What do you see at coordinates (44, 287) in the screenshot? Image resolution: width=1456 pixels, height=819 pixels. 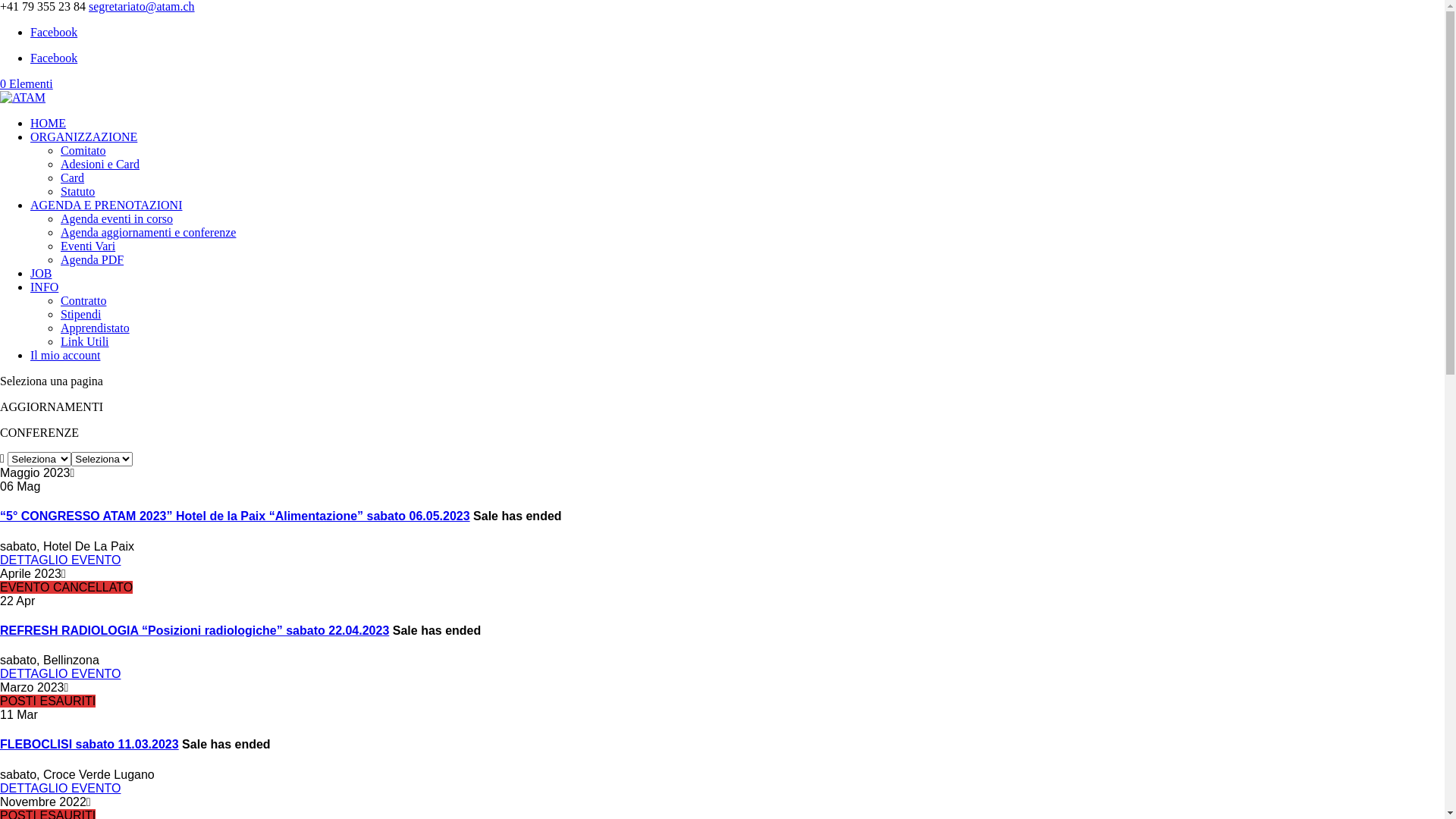 I see `'INFO'` at bounding box center [44, 287].